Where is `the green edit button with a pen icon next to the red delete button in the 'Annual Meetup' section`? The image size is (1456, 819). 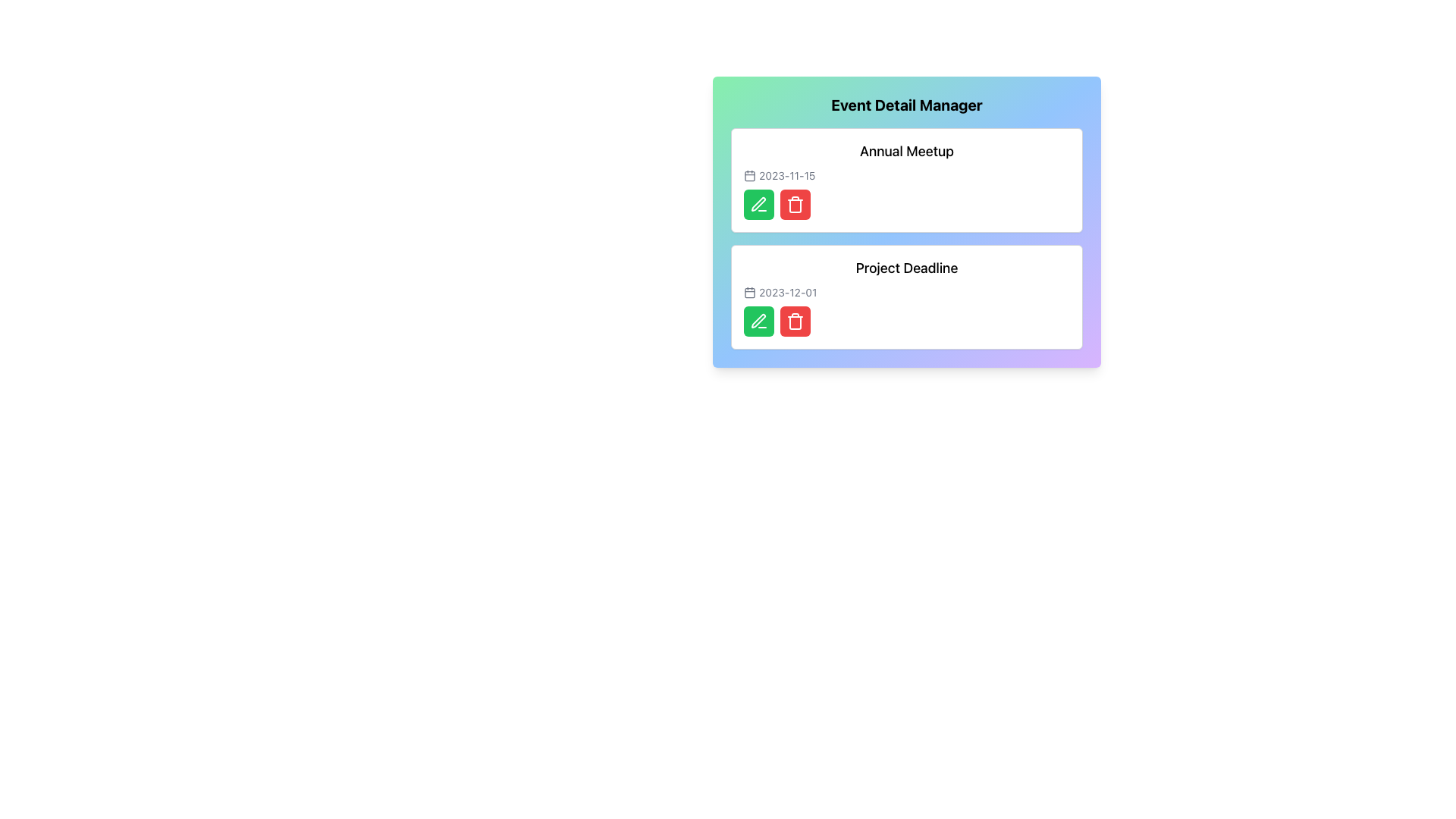 the green edit button with a pen icon next to the red delete button in the 'Annual Meetup' section is located at coordinates (759, 205).